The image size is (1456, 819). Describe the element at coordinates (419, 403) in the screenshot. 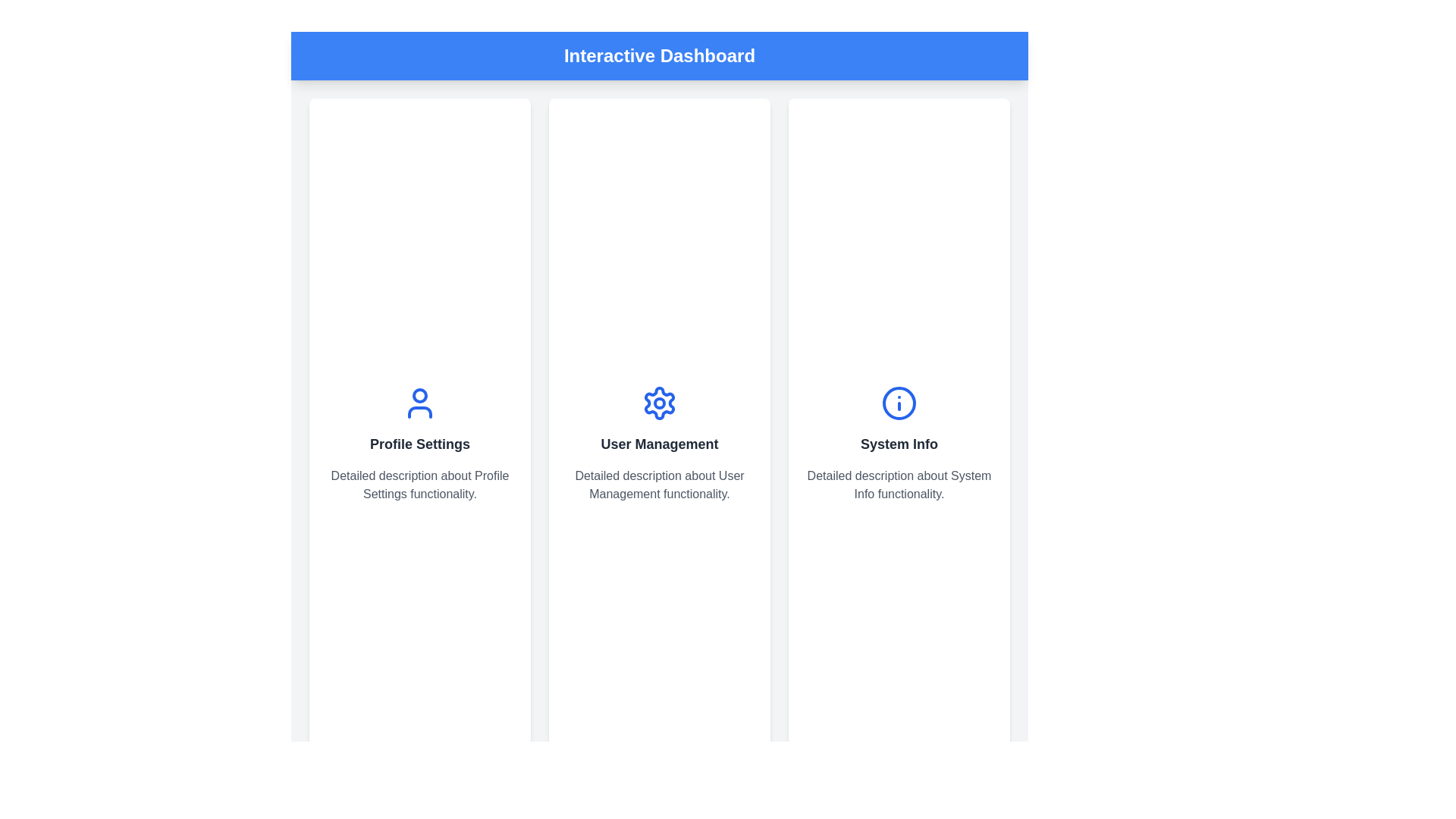

I see `the user profile icon, which is a circular head with a connected semicircular body outline, styled in blue and located above the text 'Profile Settings'` at that location.